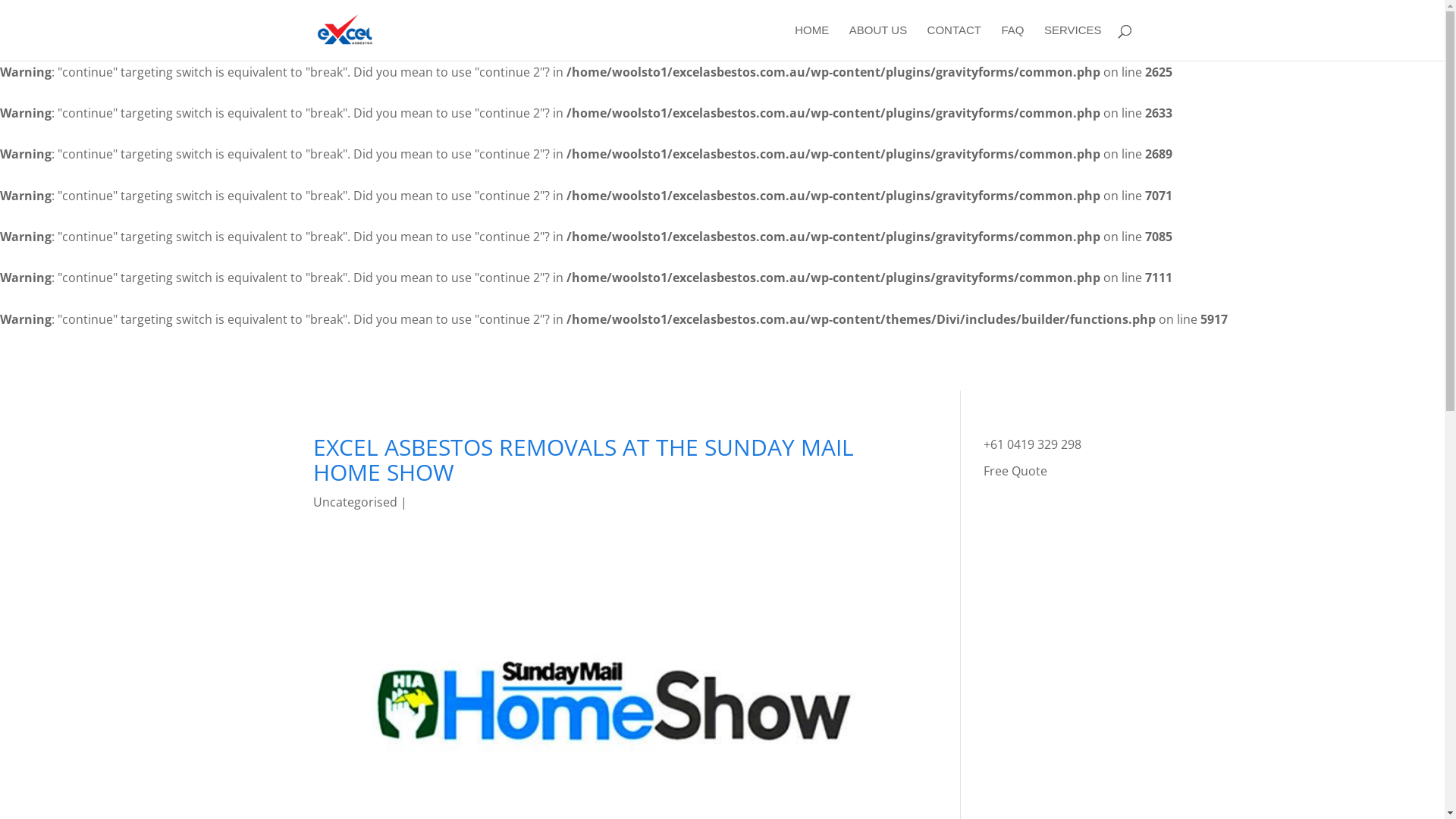 The image size is (1456, 819). I want to click on 'HOME', so click(811, 42).